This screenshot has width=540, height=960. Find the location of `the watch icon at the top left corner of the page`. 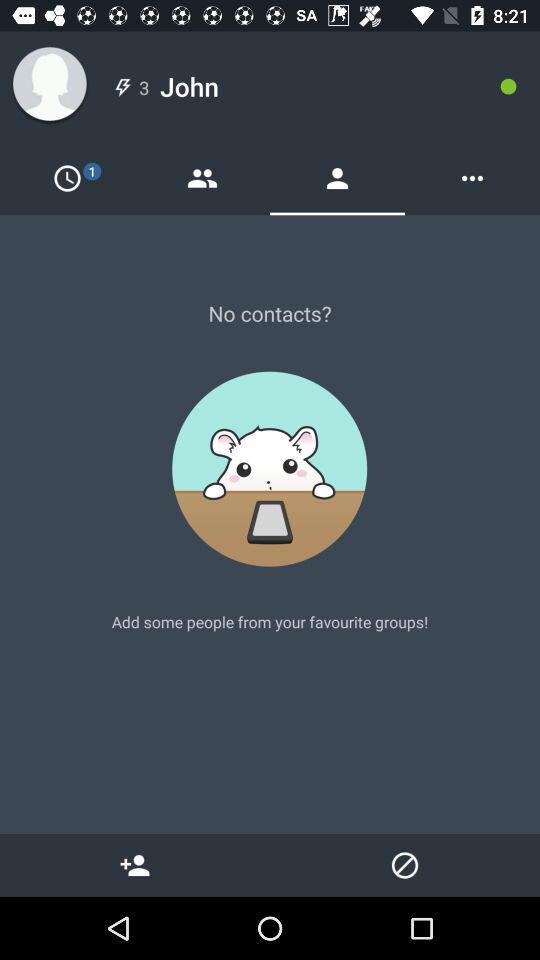

the watch icon at the top left corner of the page is located at coordinates (67, 177).